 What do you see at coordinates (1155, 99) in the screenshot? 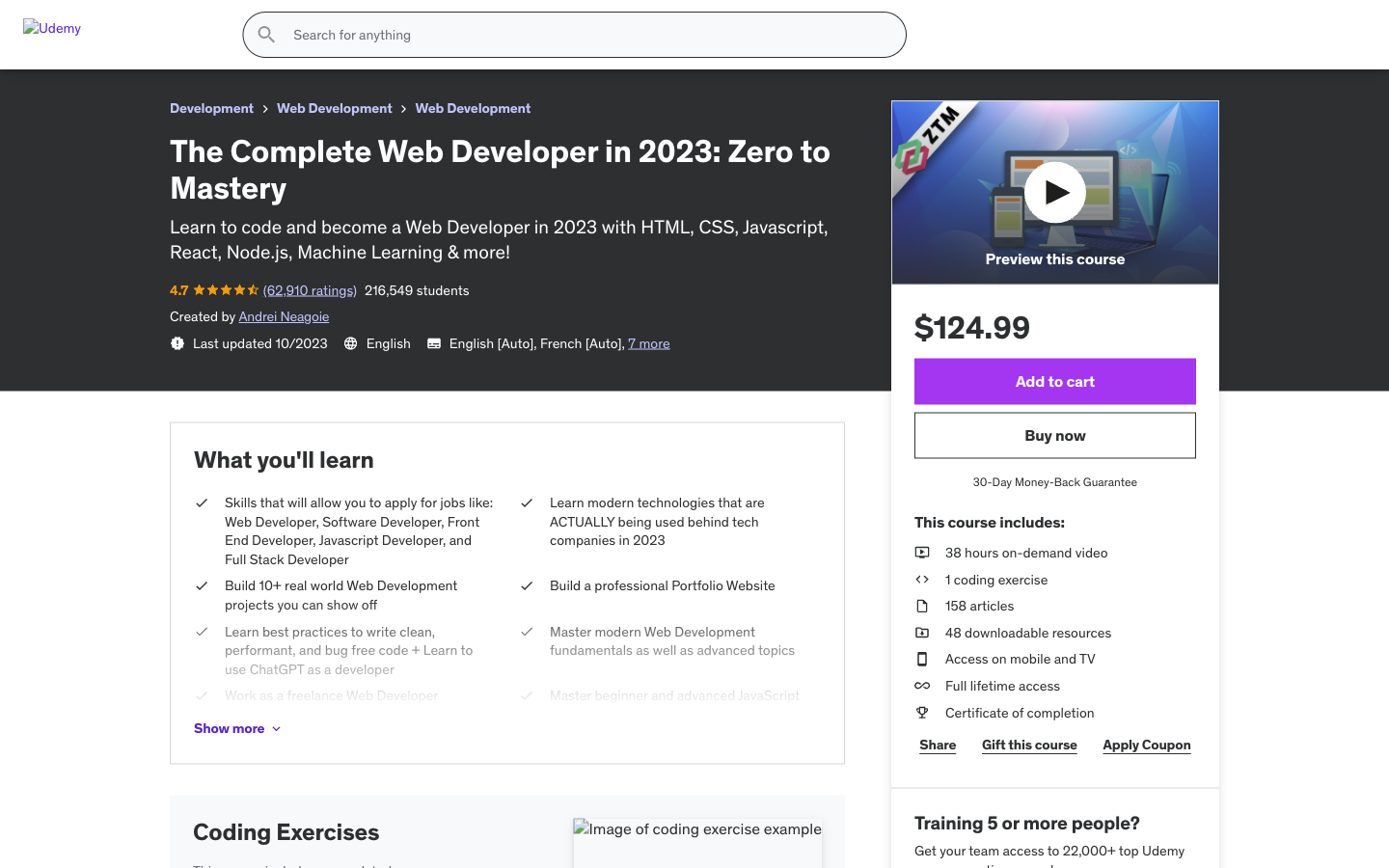
I see `and choose the first most discussed topic` at bounding box center [1155, 99].